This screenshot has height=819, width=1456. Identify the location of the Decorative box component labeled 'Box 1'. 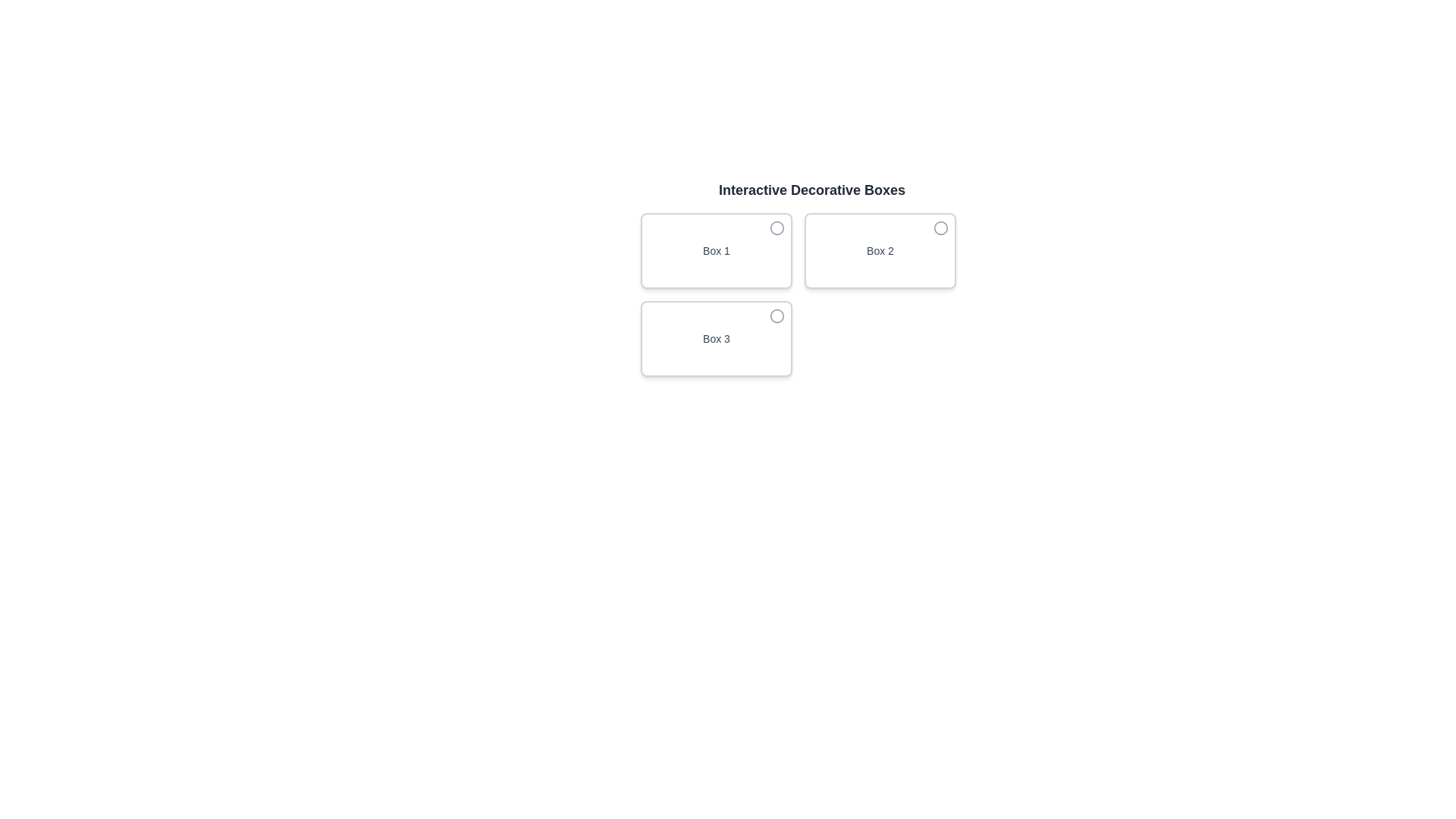
(716, 250).